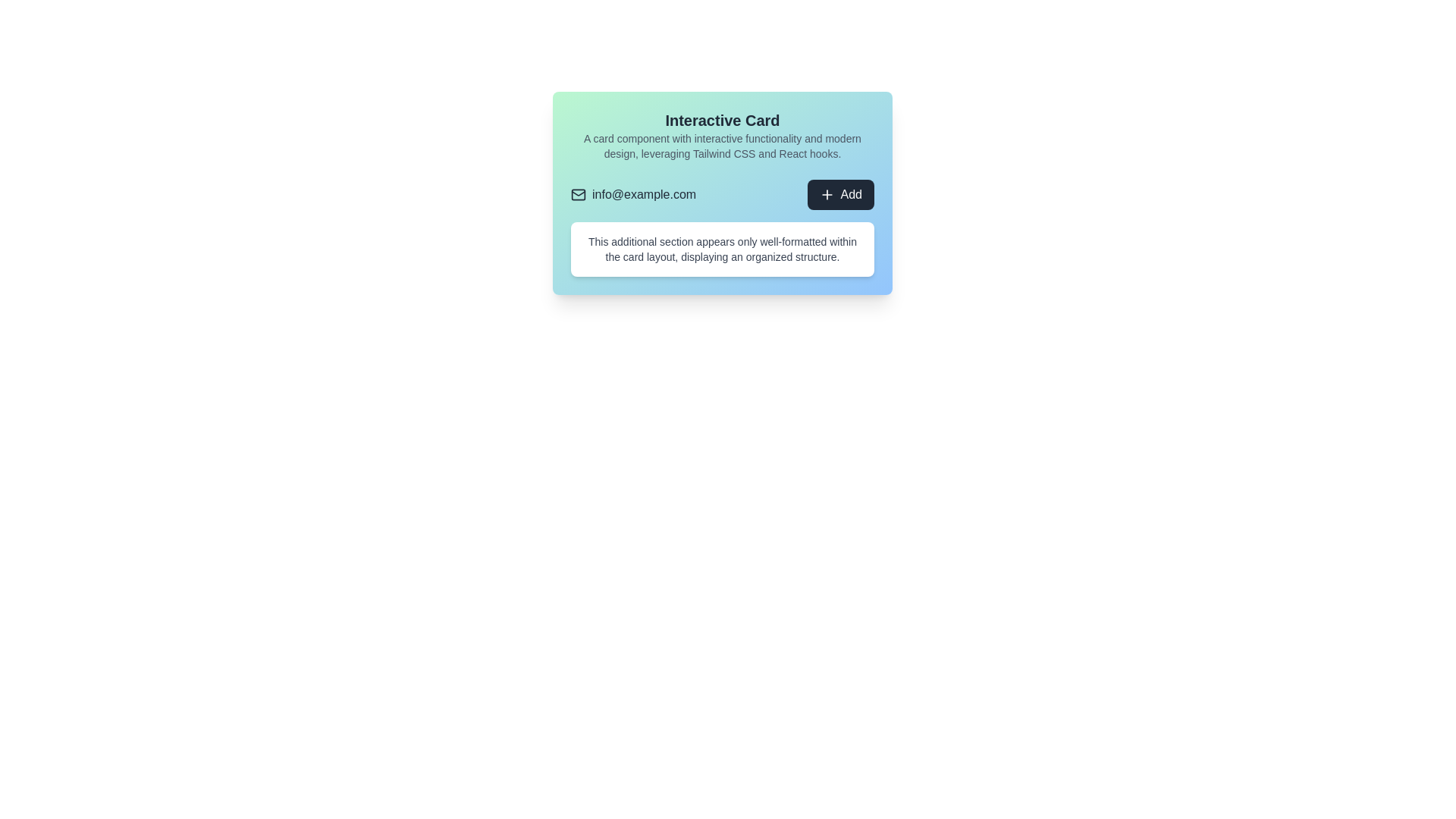 Image resolution: width=1456 pixels, height=819 pixels. What do you see at coordinates (722, 146) in the screenshot?
I see `the text 'A card component with interactive functionality and modern design, leveraging Tailwind CSS and React hooks.' located beneath the title 'Interactive Card' within the card component` at bounding box center [722, 146].